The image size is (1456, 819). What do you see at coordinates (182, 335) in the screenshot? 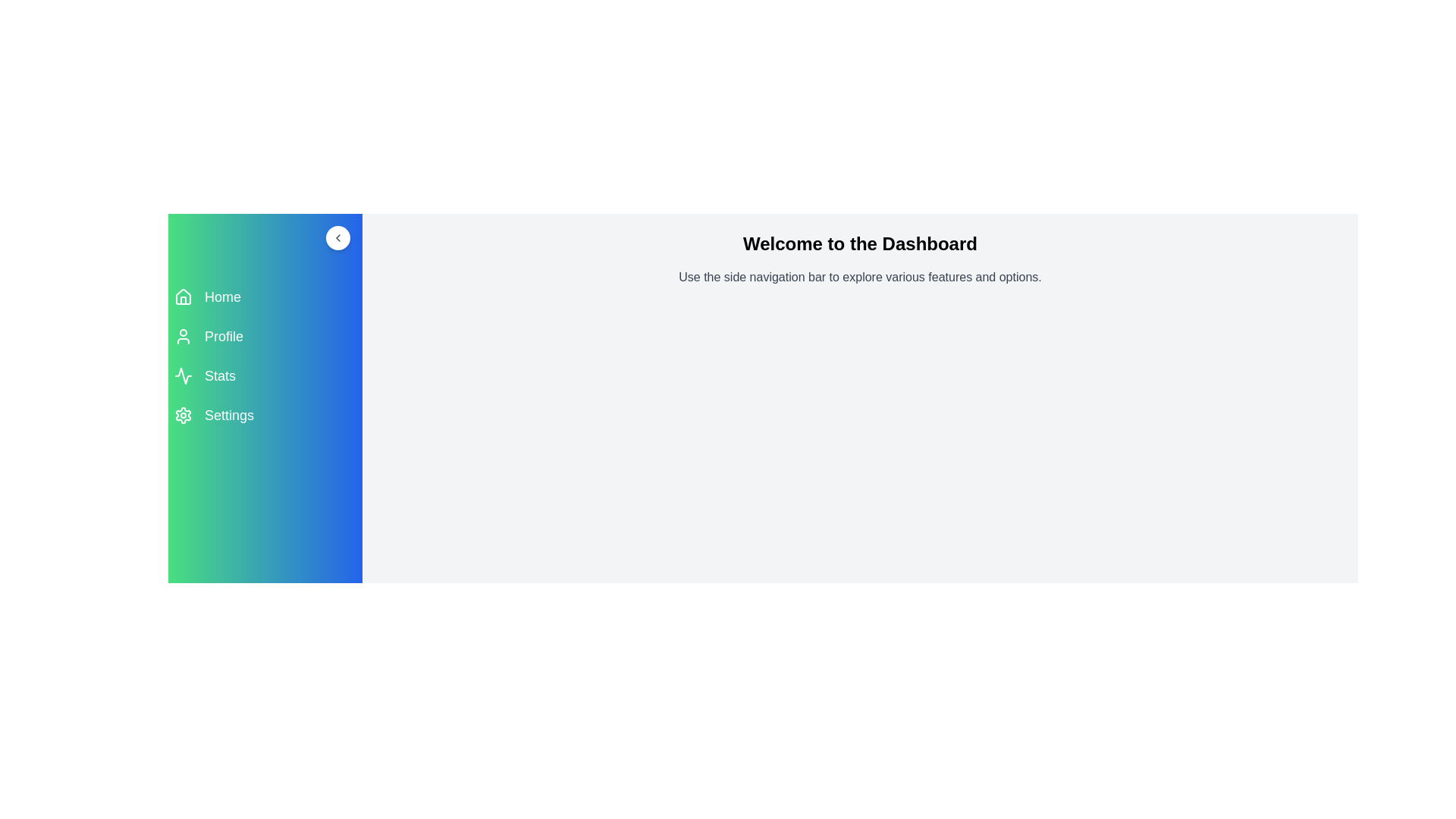
I see `the 'Profile' navigation option icon` at bounding box center [182, 335].